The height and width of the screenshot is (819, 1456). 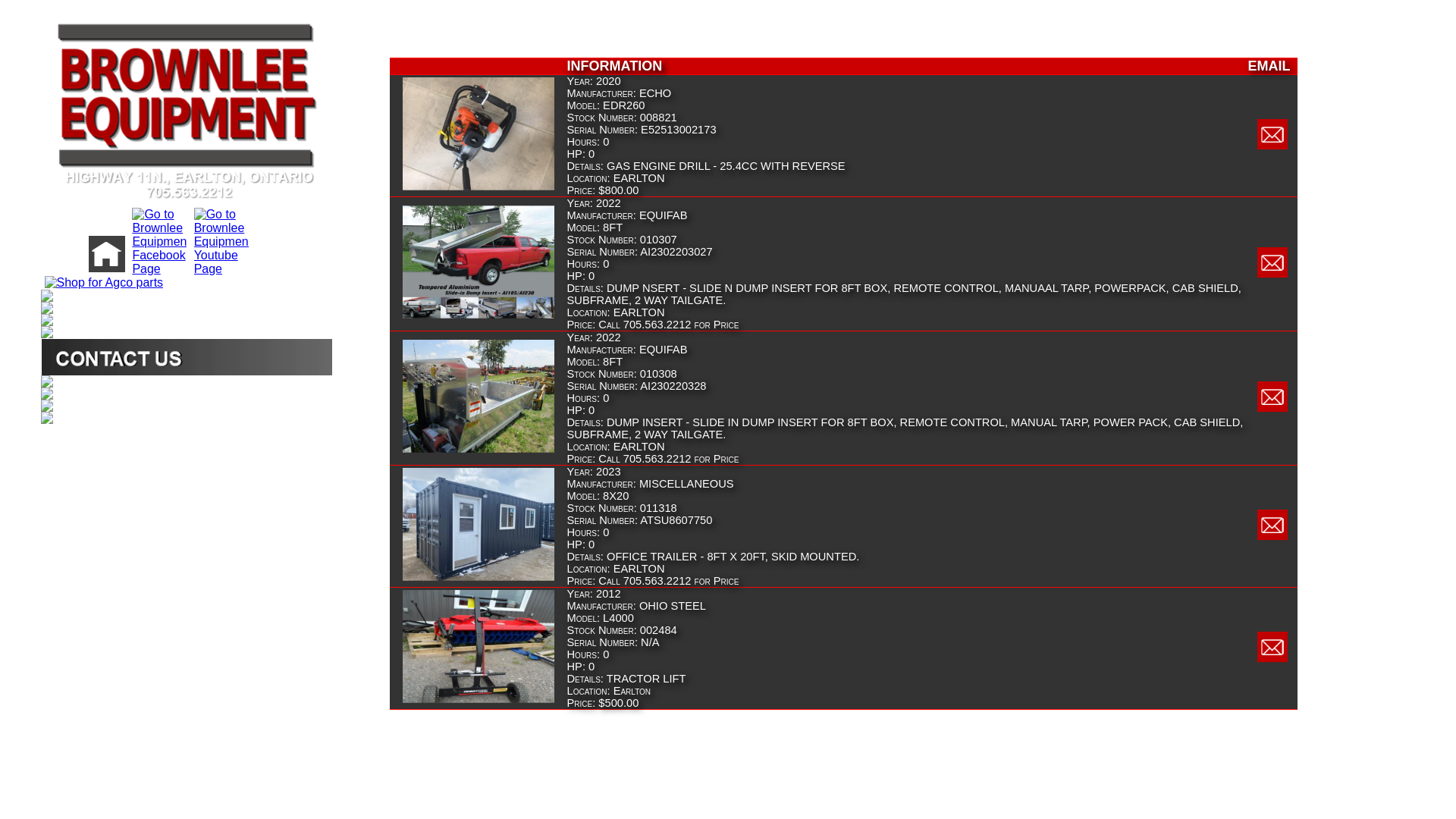 I want to click on 'Brownlee Equipment Rental Catalogue', so click(x=40, y=380).